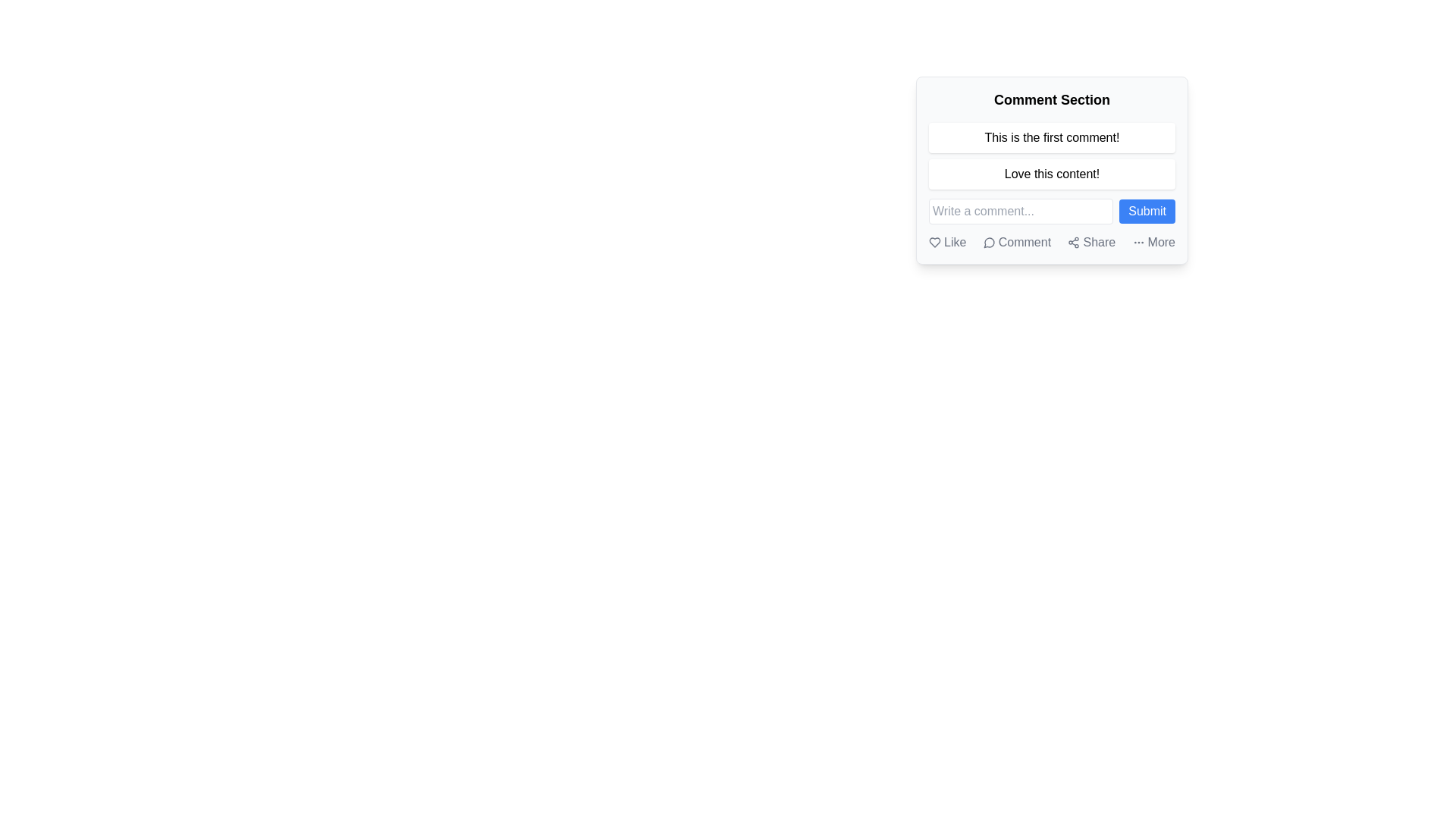 The image size is (1456, 819). What do you see at coordinates (1090, 242) in the screenshot?
I see `the 'Share' button located at the bottom of the panel, which features a share icon on the left and the text 'Share' on the right, to initiate sharing` at bounding box center [1090, 242].